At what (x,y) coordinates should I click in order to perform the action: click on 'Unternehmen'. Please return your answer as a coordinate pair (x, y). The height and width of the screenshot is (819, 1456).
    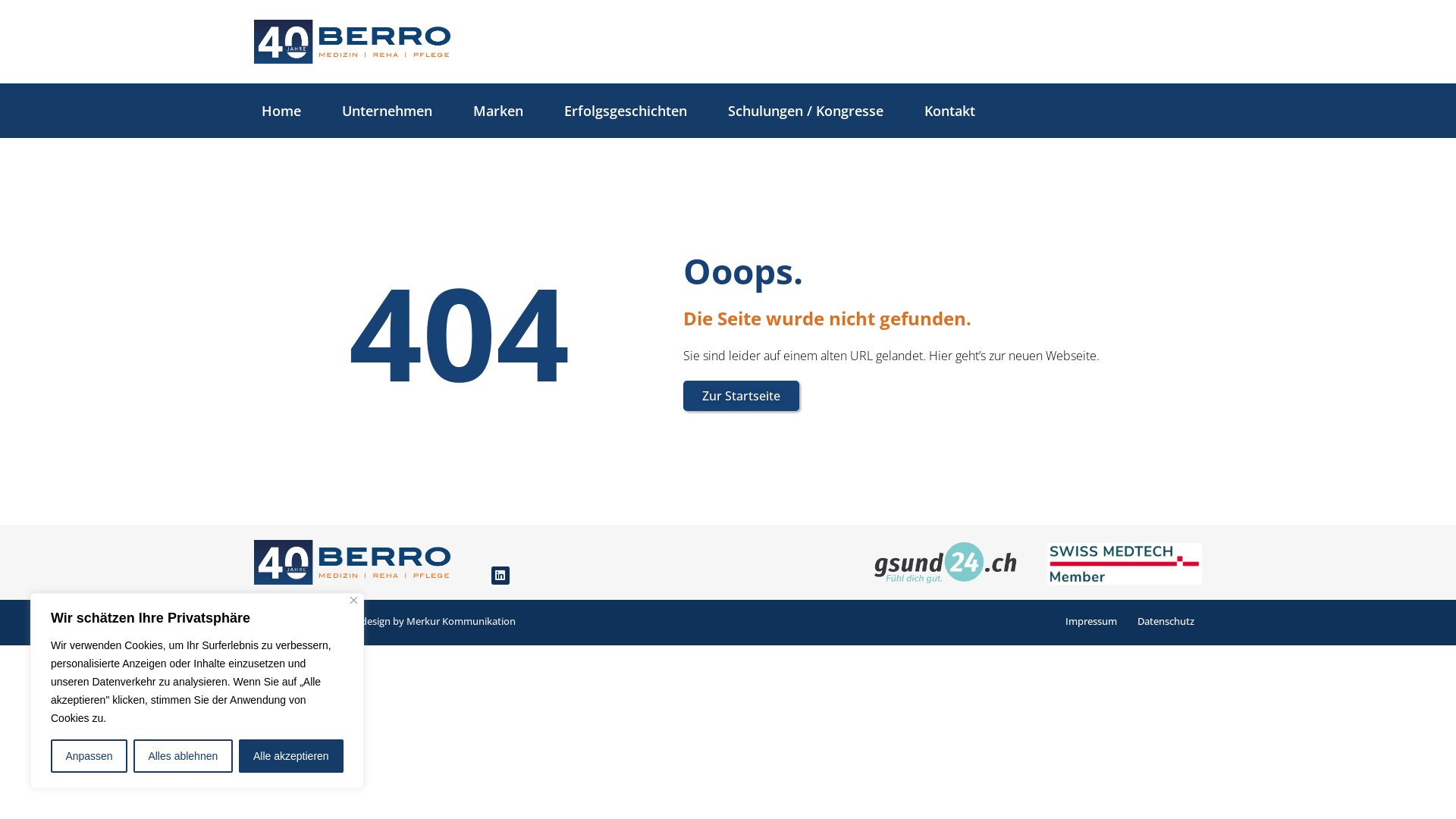
    Looking at the image, I should click on (327, 110).